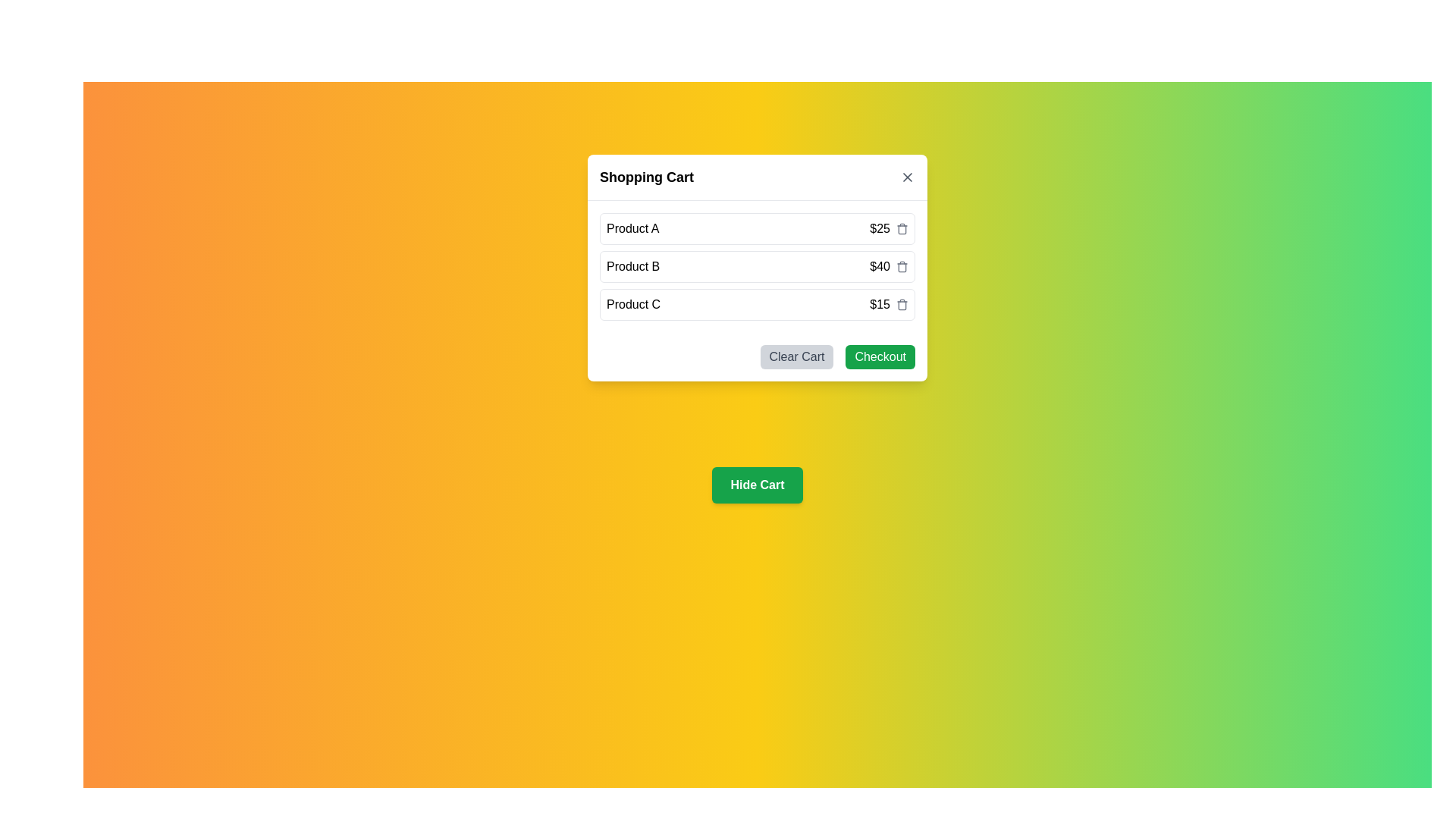 The width and height of the screenshot is (1456, 819). I want to click on the trash can SVG icon located next to the price label '$40' in the 'Product B' row, so click(902, 265).